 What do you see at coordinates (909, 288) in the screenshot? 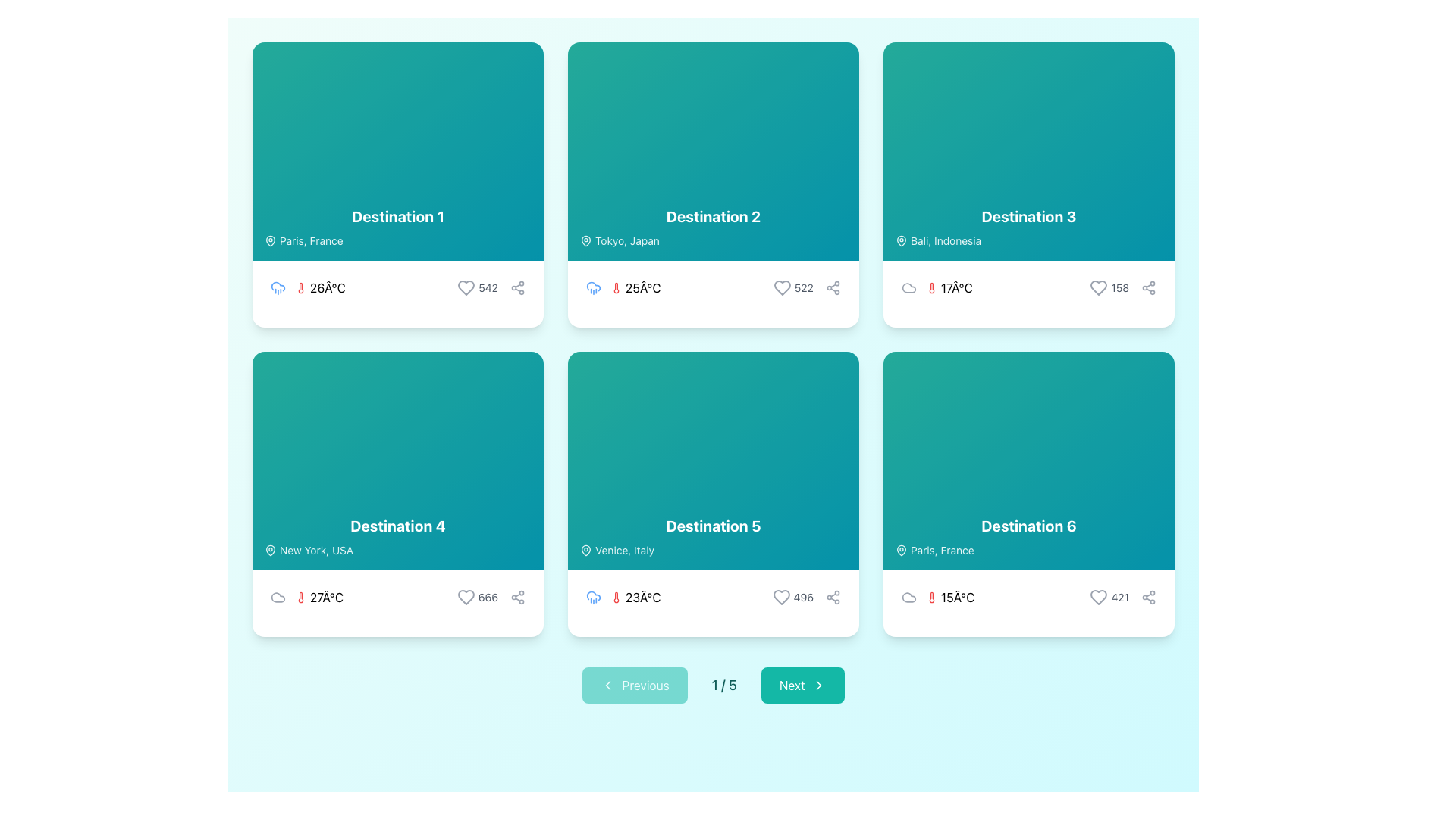
I see `the visual information of the cloud-shaped outline icon located near the temperature data for 'Destination 3' in the lower section of the card` at bounding box center [909, 288].